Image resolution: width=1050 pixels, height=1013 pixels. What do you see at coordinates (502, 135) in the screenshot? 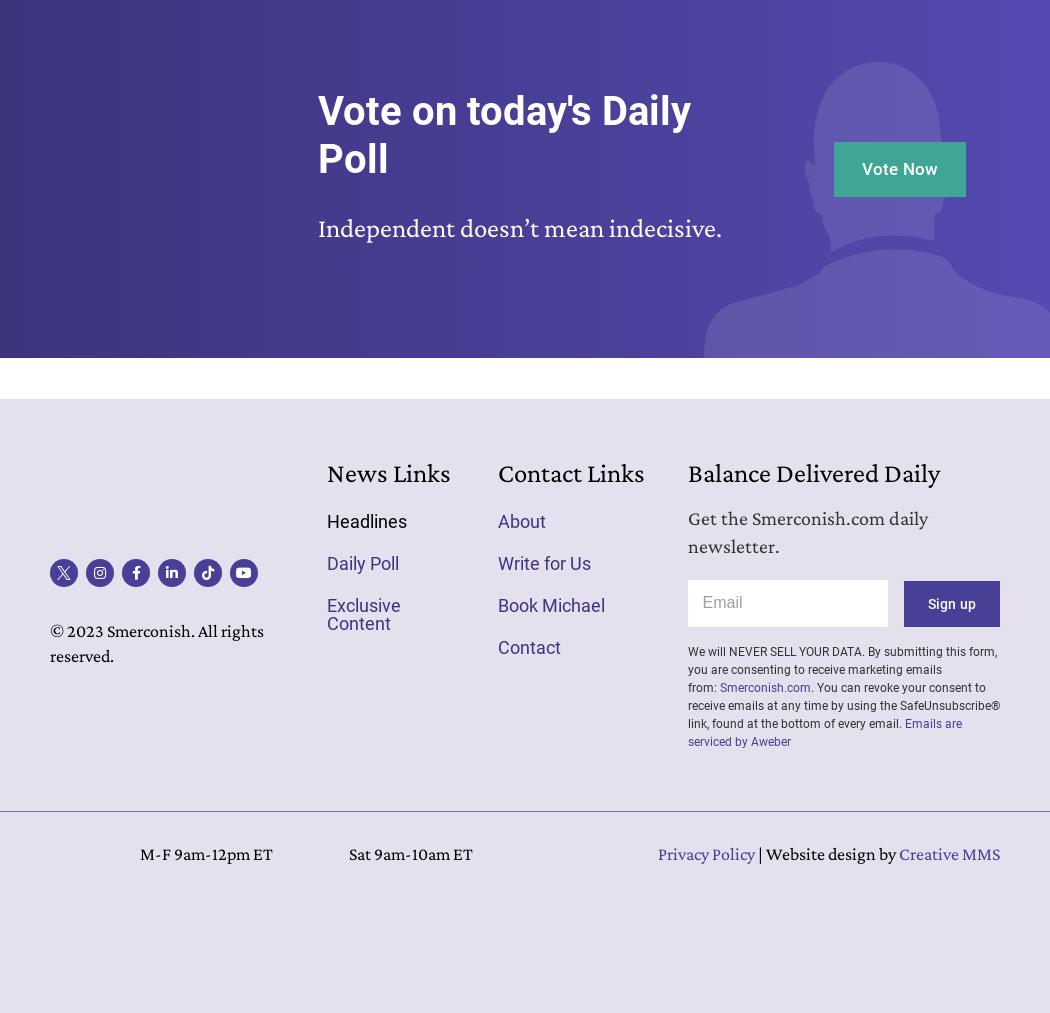
I see `'Vote on today's Daily Poll'` at bounding box center [502, 135].